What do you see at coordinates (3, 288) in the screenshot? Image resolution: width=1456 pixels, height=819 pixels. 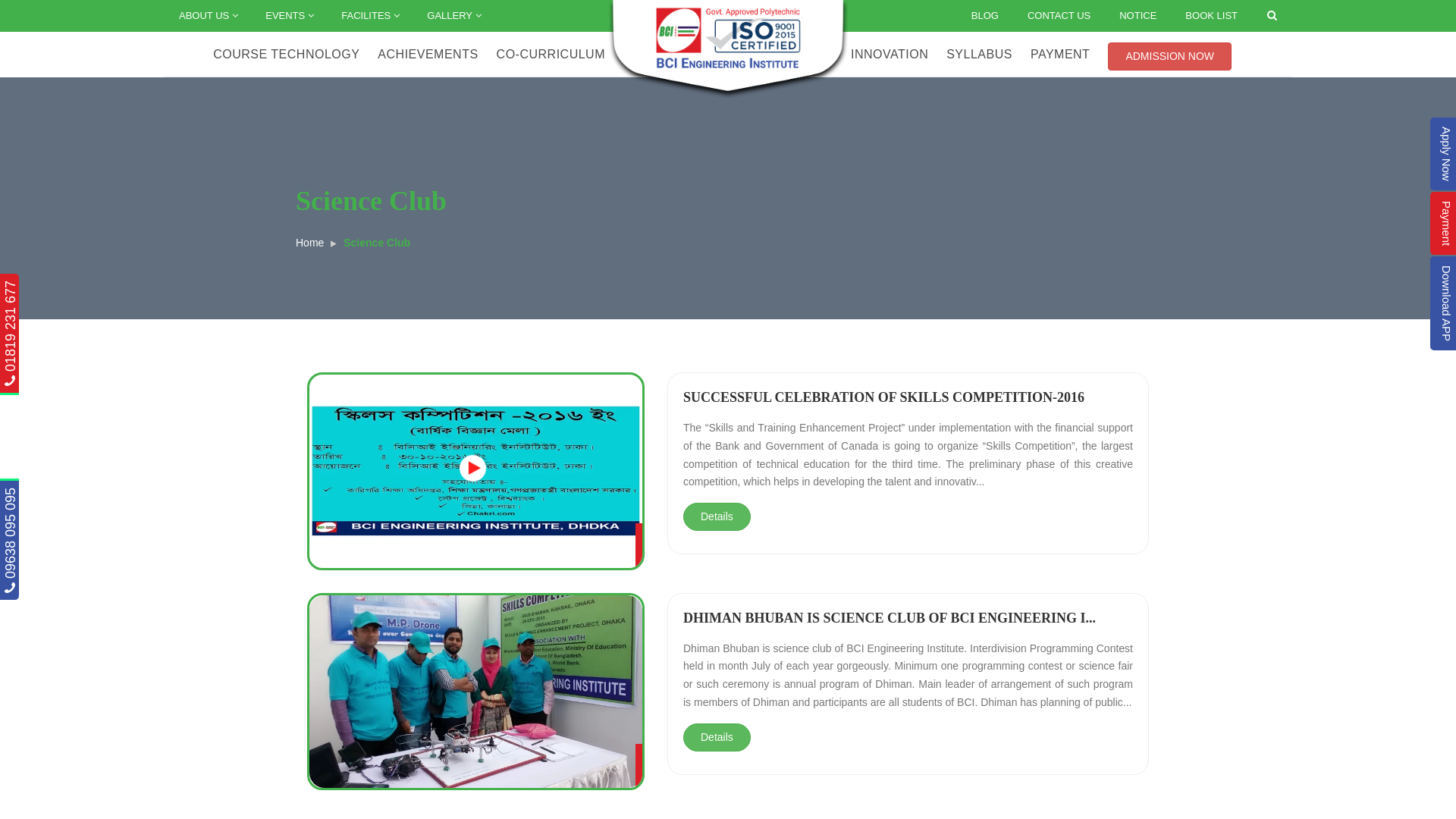 I see `'01819 231 677'` at bounding box center [3, 288].